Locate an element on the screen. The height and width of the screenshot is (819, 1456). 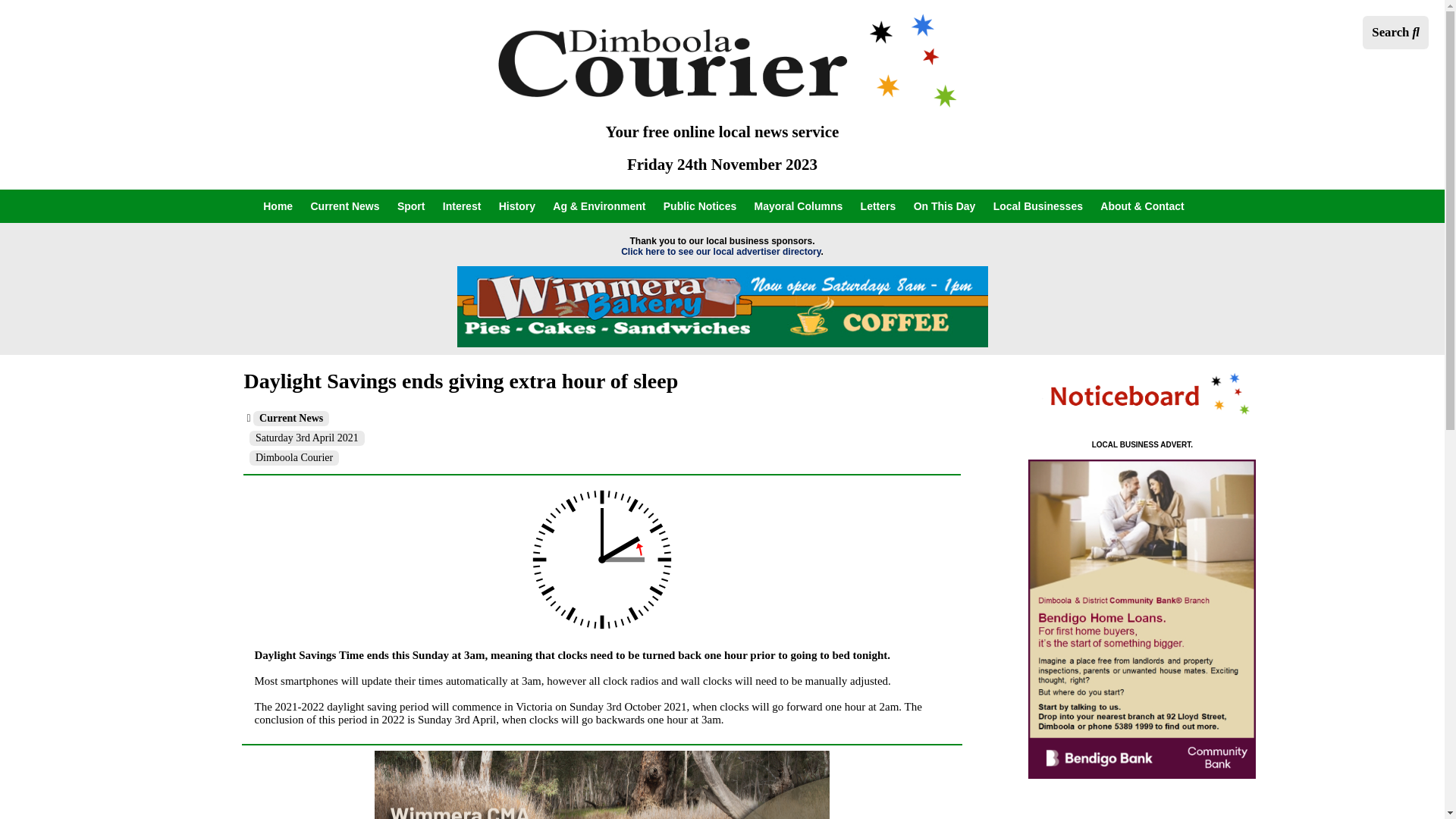
'Search' is located at coordinates (1395, 32).